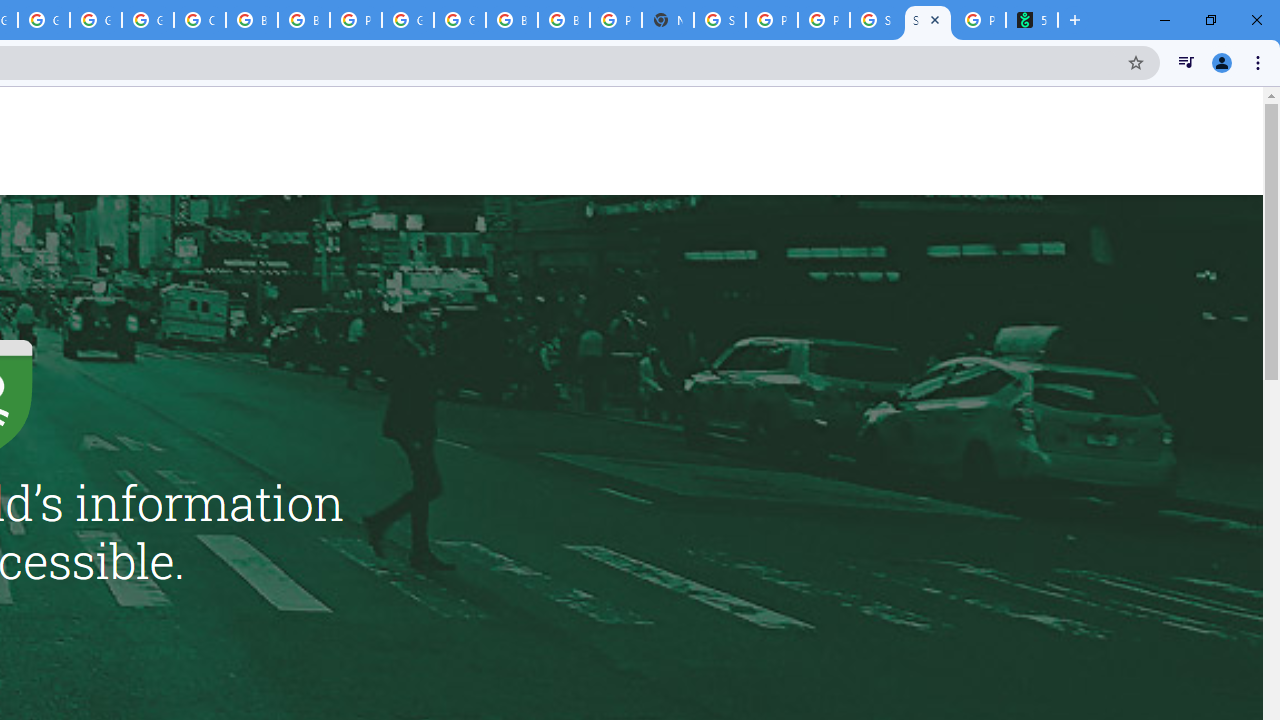 The image size is (1280, 720). I want to click on 'New Tab', so click(668, 20).